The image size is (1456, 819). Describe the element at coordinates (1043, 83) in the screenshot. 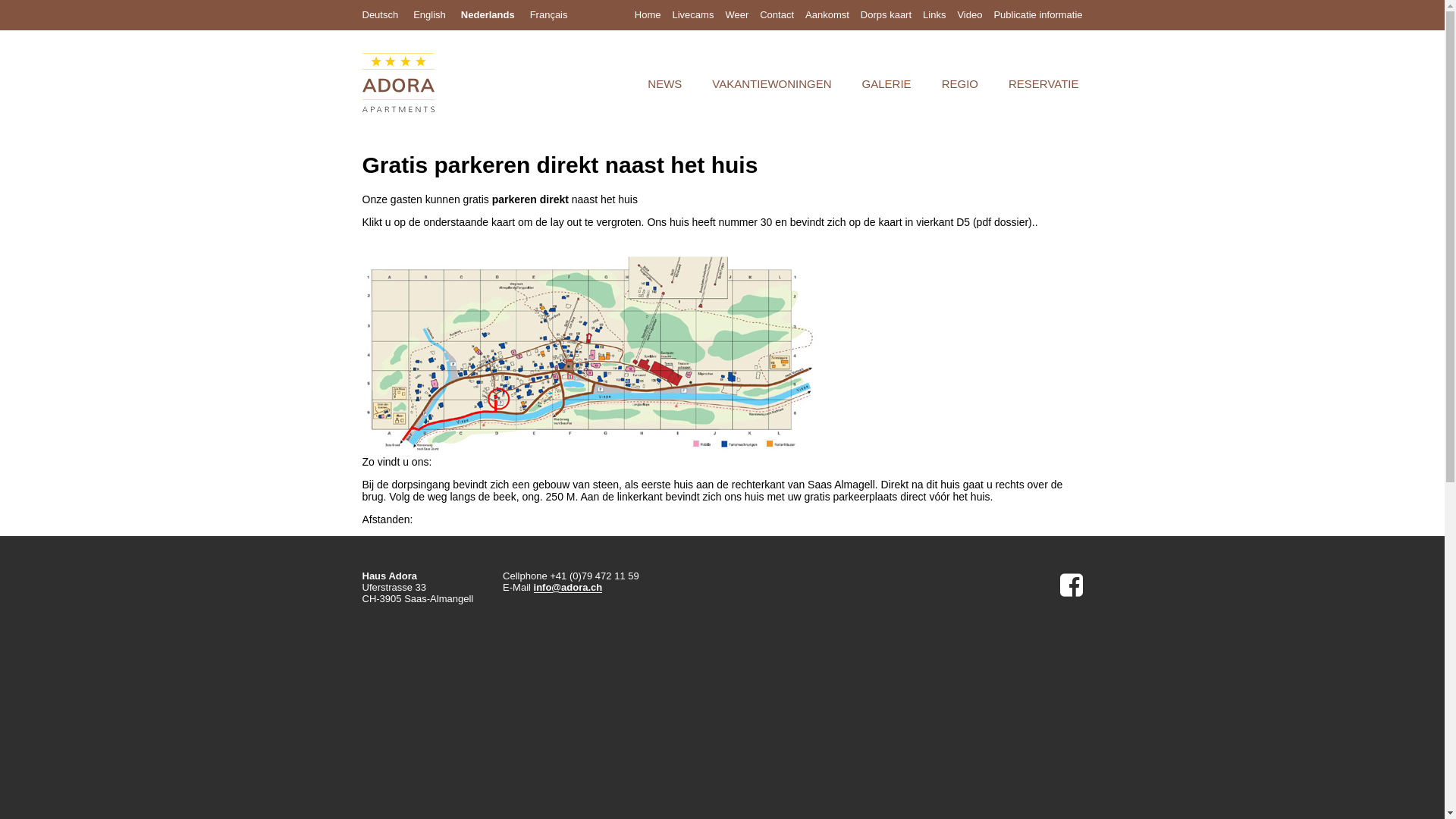

I see `'RESERVATIE'` at that location.